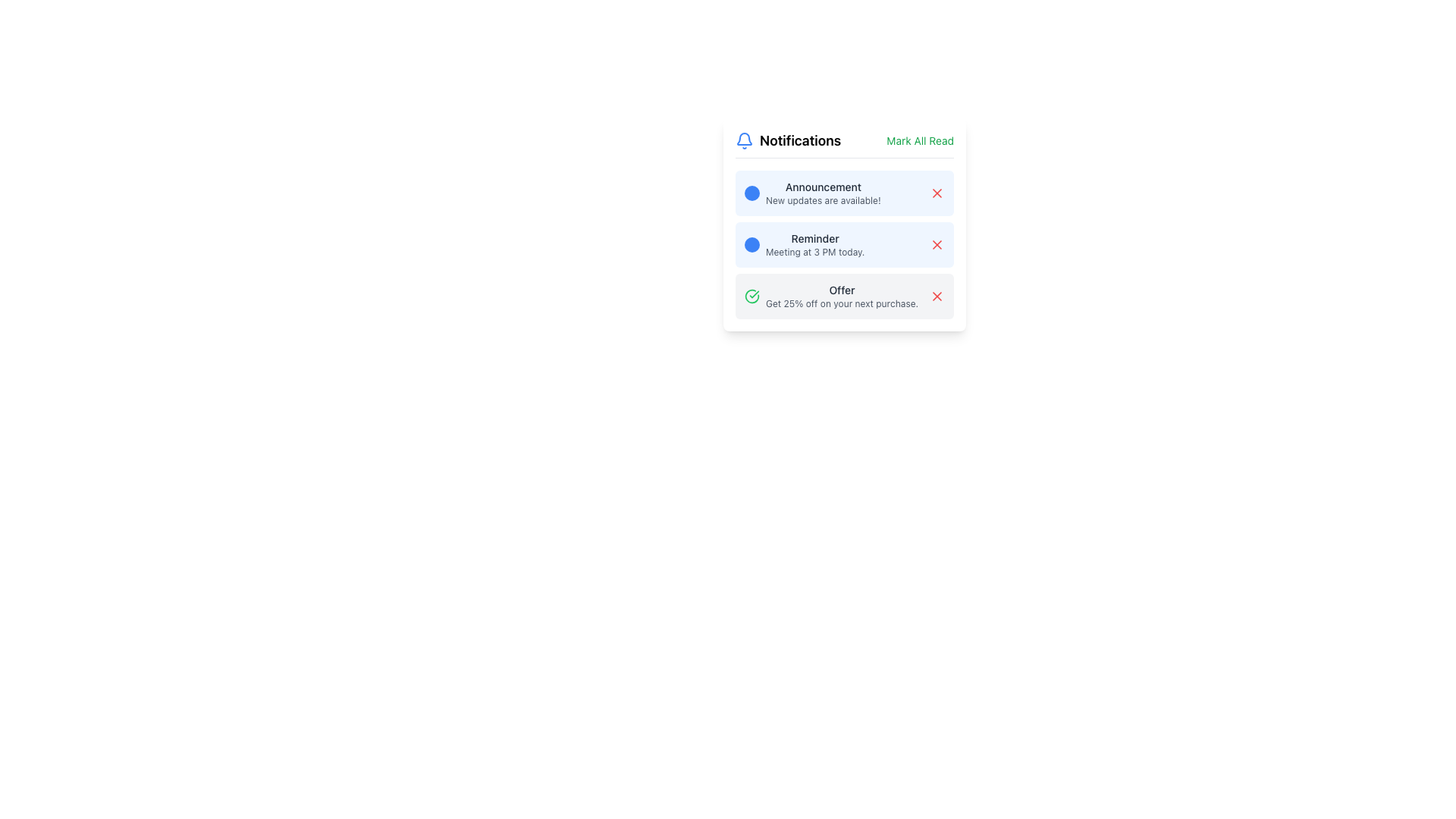 Image resolution: width=1456 pixels, height=819 pixels. What do you see at coordinates (814, 244) in the screenshot?
I see `the second notification in the notifications list within the modal` at bounding box center [814, 244].